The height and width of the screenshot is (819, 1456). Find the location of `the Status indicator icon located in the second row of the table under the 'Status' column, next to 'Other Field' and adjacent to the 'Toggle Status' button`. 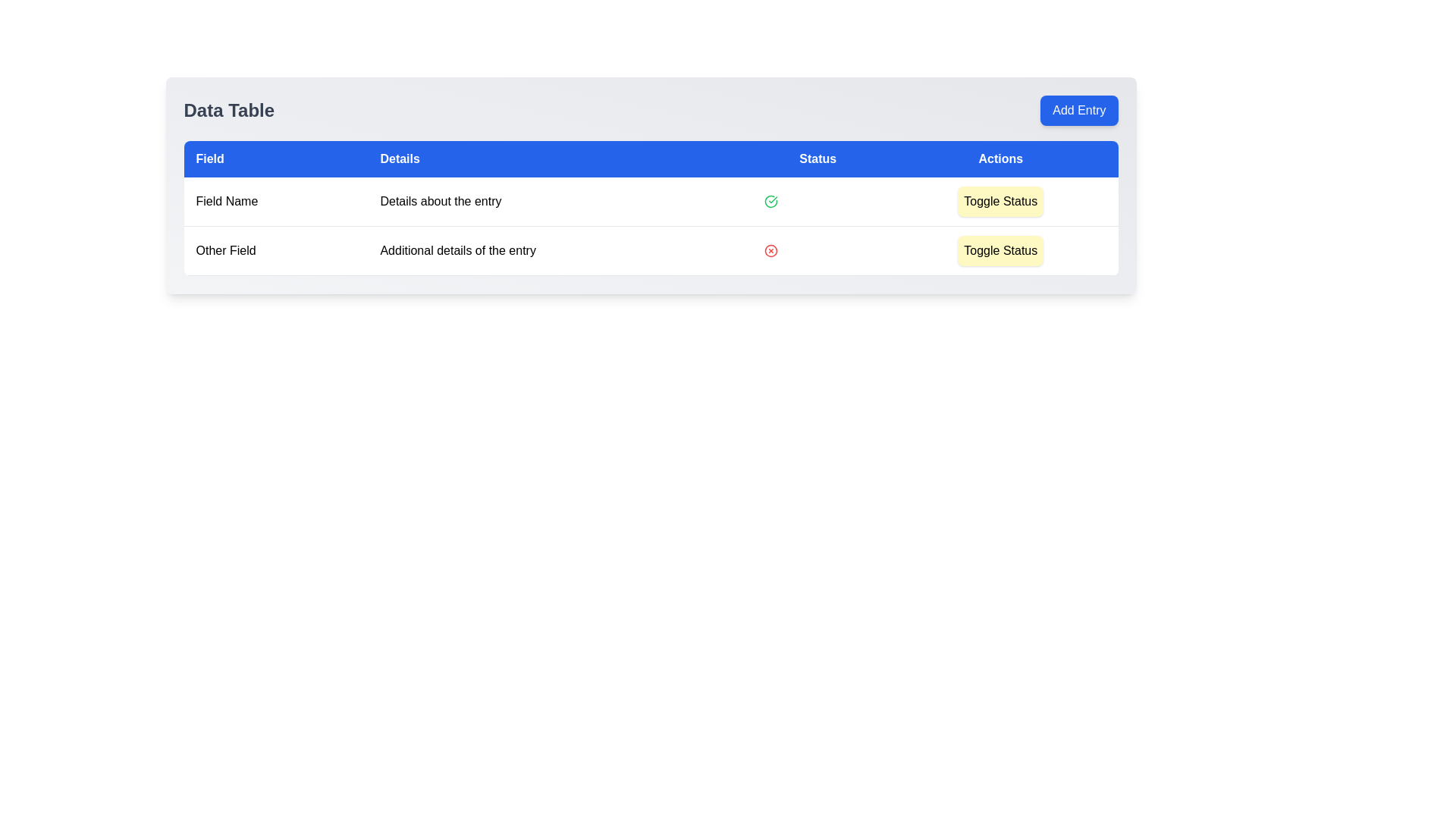

the Status indicator icon located in the second row of the table under the 'Status' column, next to 'Other Field' and adjacent to the 'Toggle Status' button is located at coordinates (771, 250).